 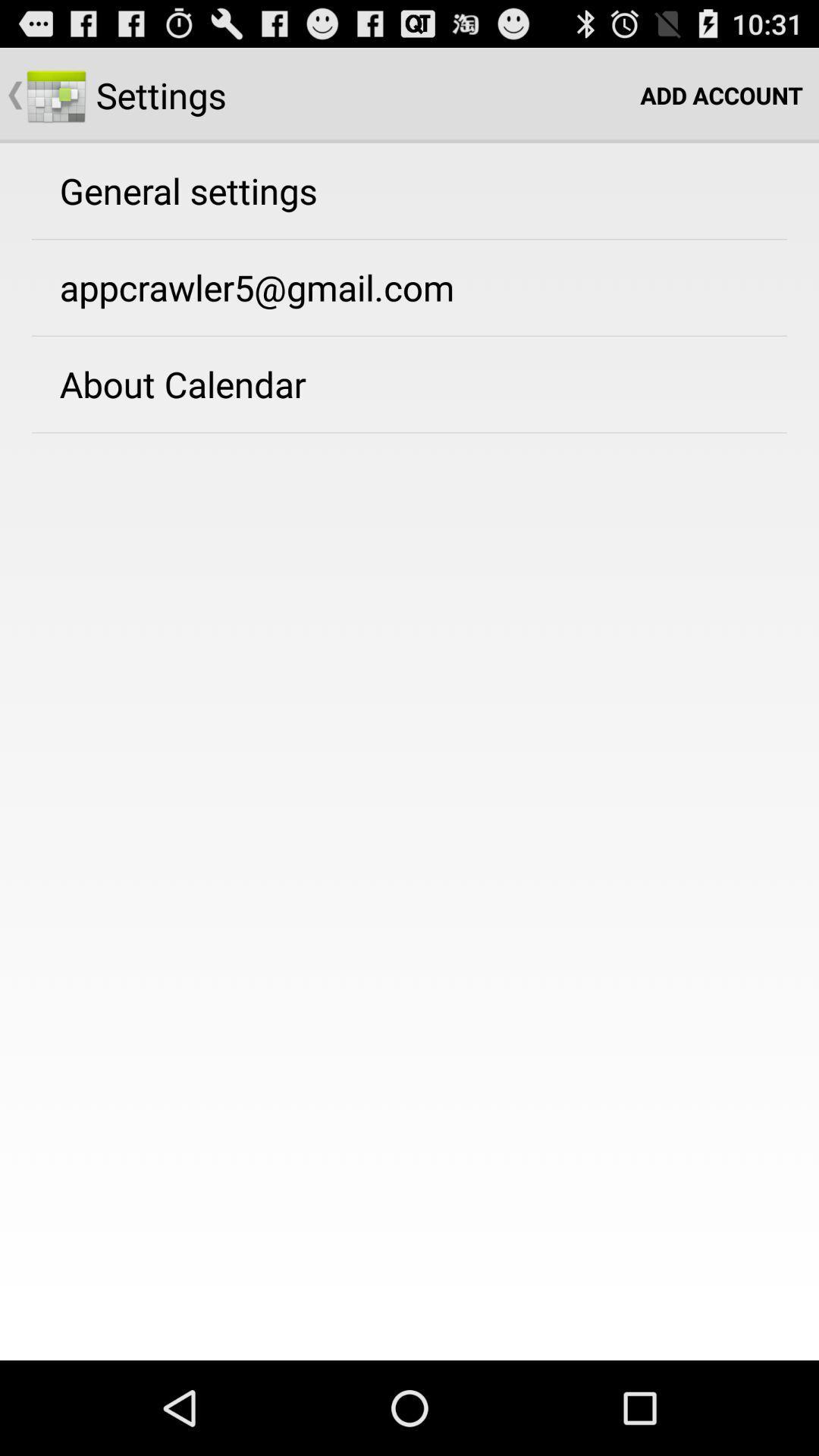 I want to click on icon to the right of settings item, so click(x=720, y=94).